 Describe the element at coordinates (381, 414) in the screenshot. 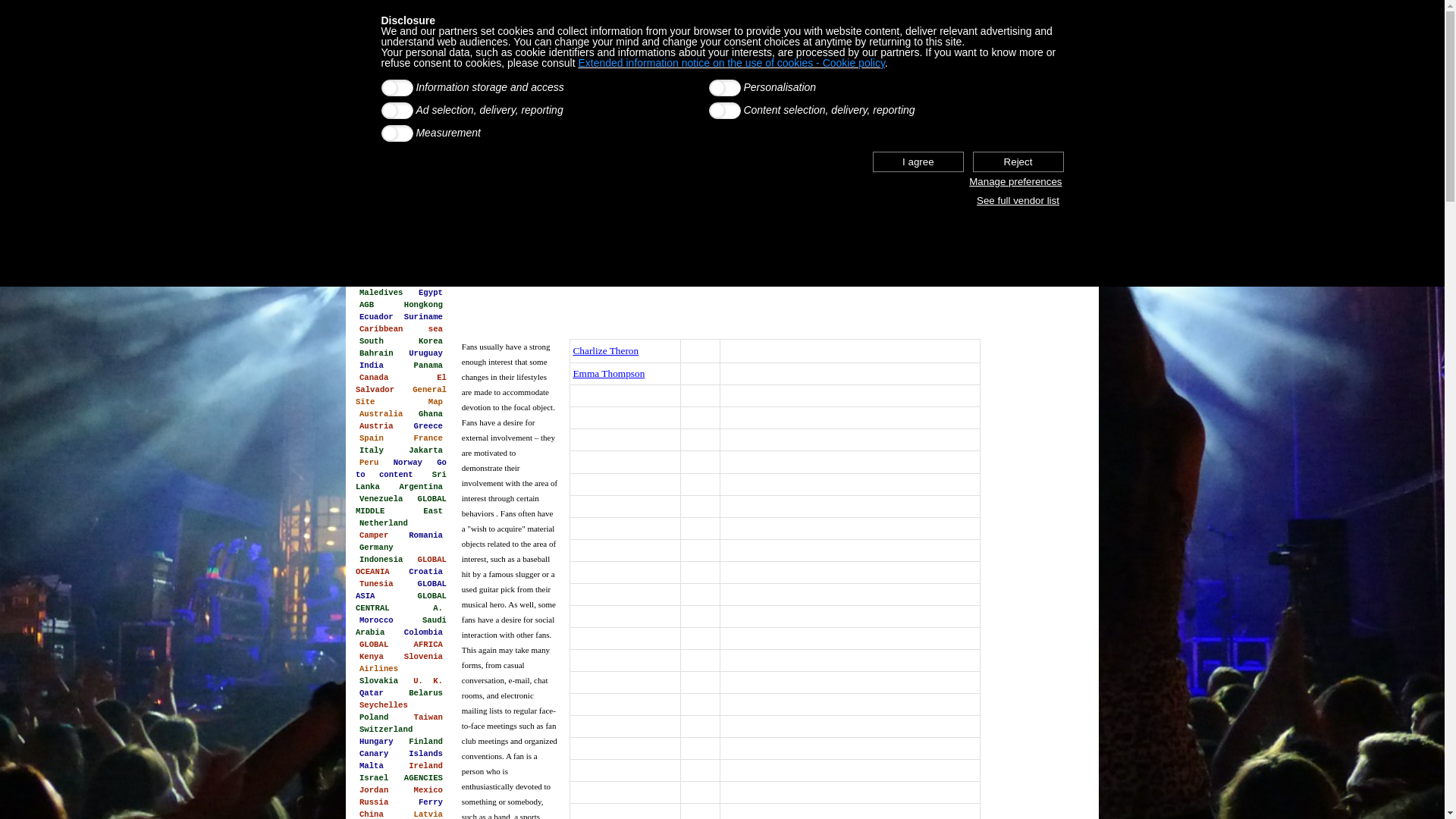

I see `'Australia'` at that location.